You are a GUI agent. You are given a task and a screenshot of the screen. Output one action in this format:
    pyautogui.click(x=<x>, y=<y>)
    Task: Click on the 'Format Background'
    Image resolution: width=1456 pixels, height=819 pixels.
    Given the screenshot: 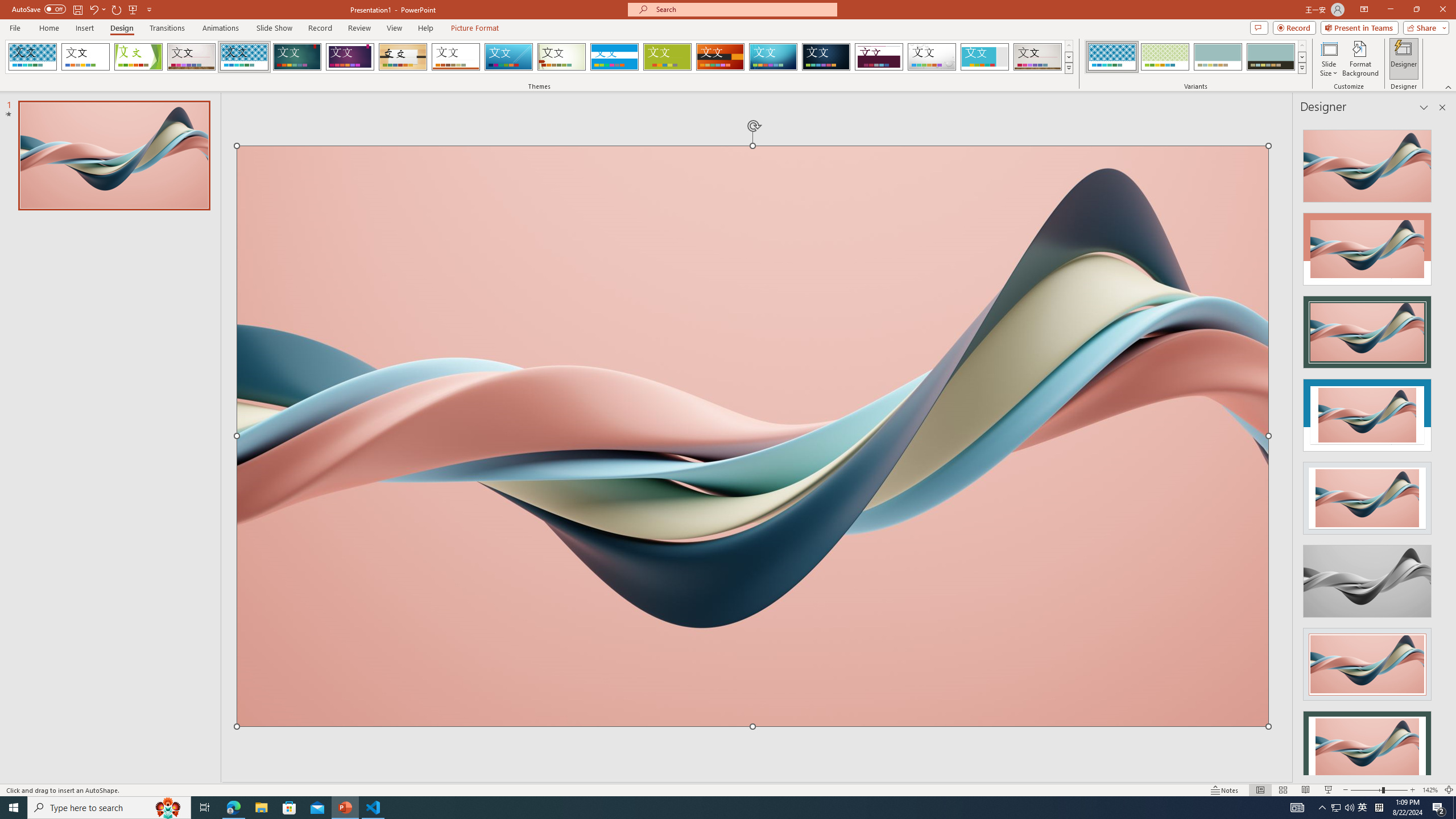 What is the action you would take?
    pyautogui.click(x=1360, y=59)
    